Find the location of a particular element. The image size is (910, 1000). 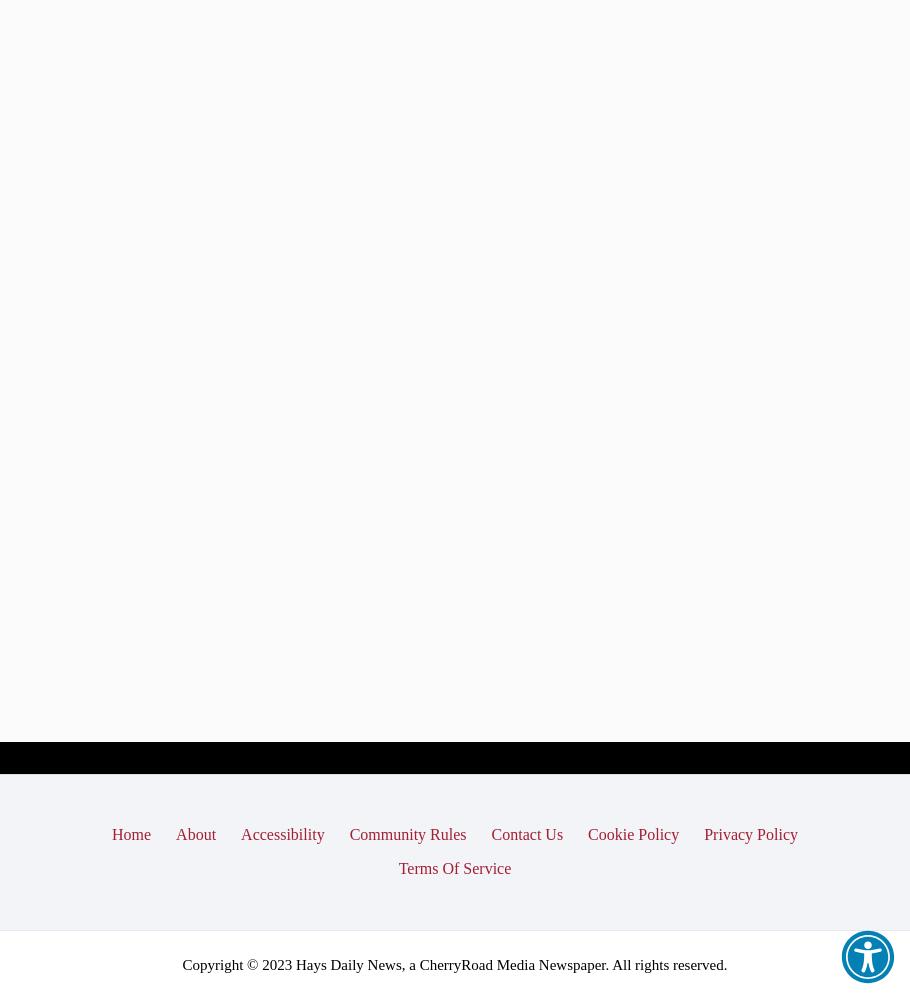

'About' is located at coordinates (175, 833).